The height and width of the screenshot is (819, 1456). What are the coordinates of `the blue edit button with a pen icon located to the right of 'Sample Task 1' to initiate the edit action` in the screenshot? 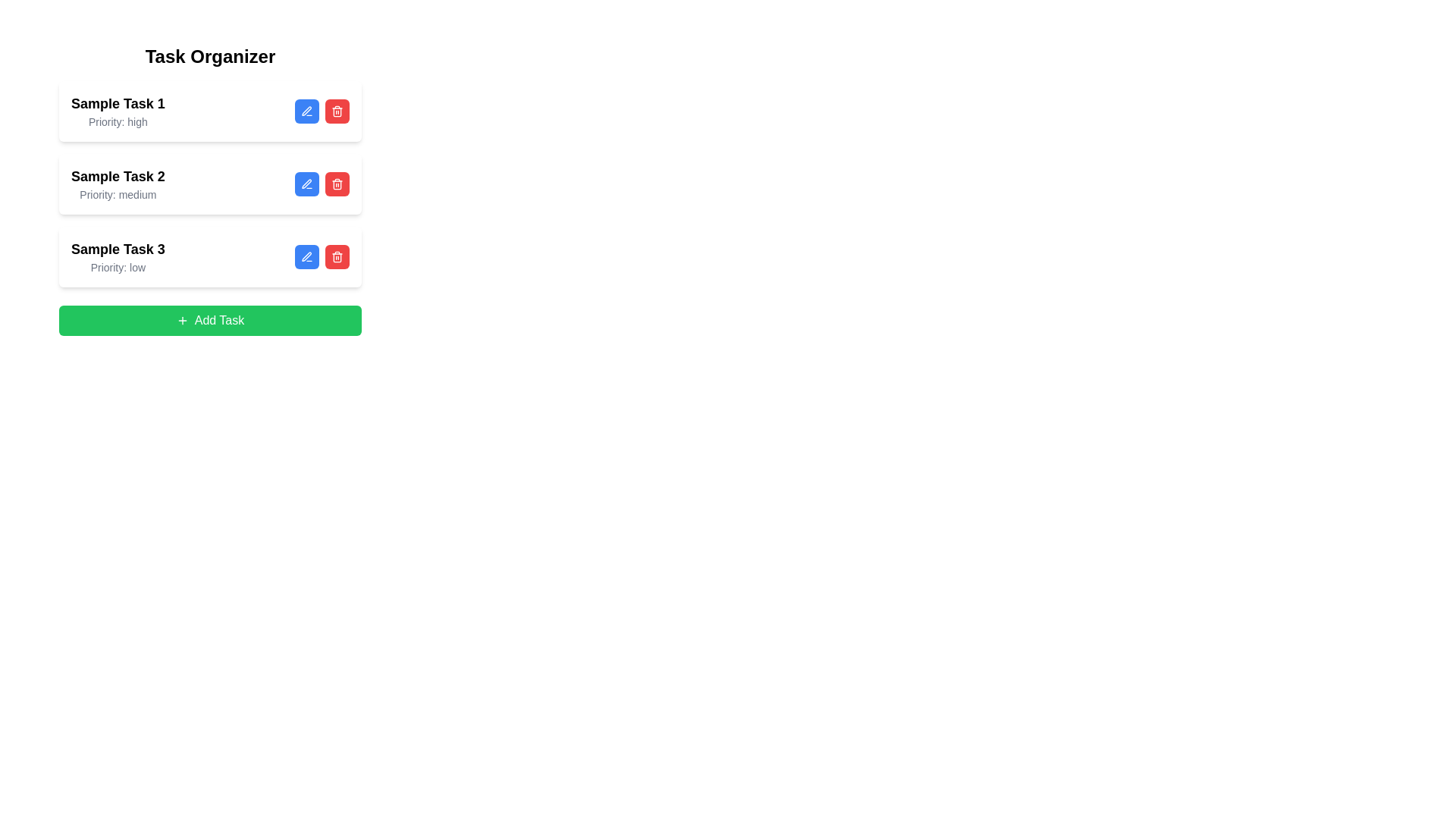 It's located at (306, 110).